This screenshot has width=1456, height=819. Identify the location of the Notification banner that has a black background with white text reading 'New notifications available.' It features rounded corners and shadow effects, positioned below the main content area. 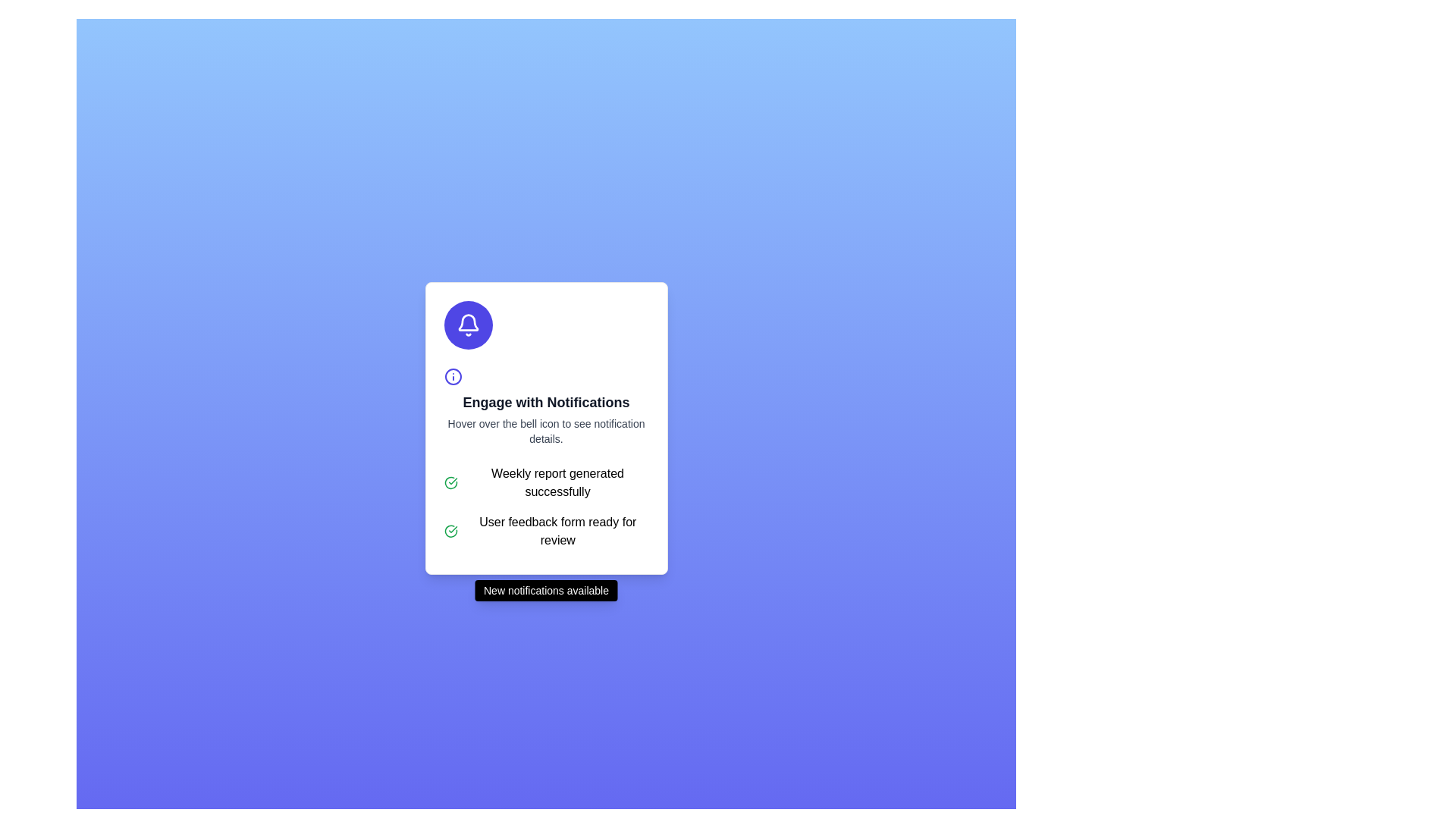
(546, 590).